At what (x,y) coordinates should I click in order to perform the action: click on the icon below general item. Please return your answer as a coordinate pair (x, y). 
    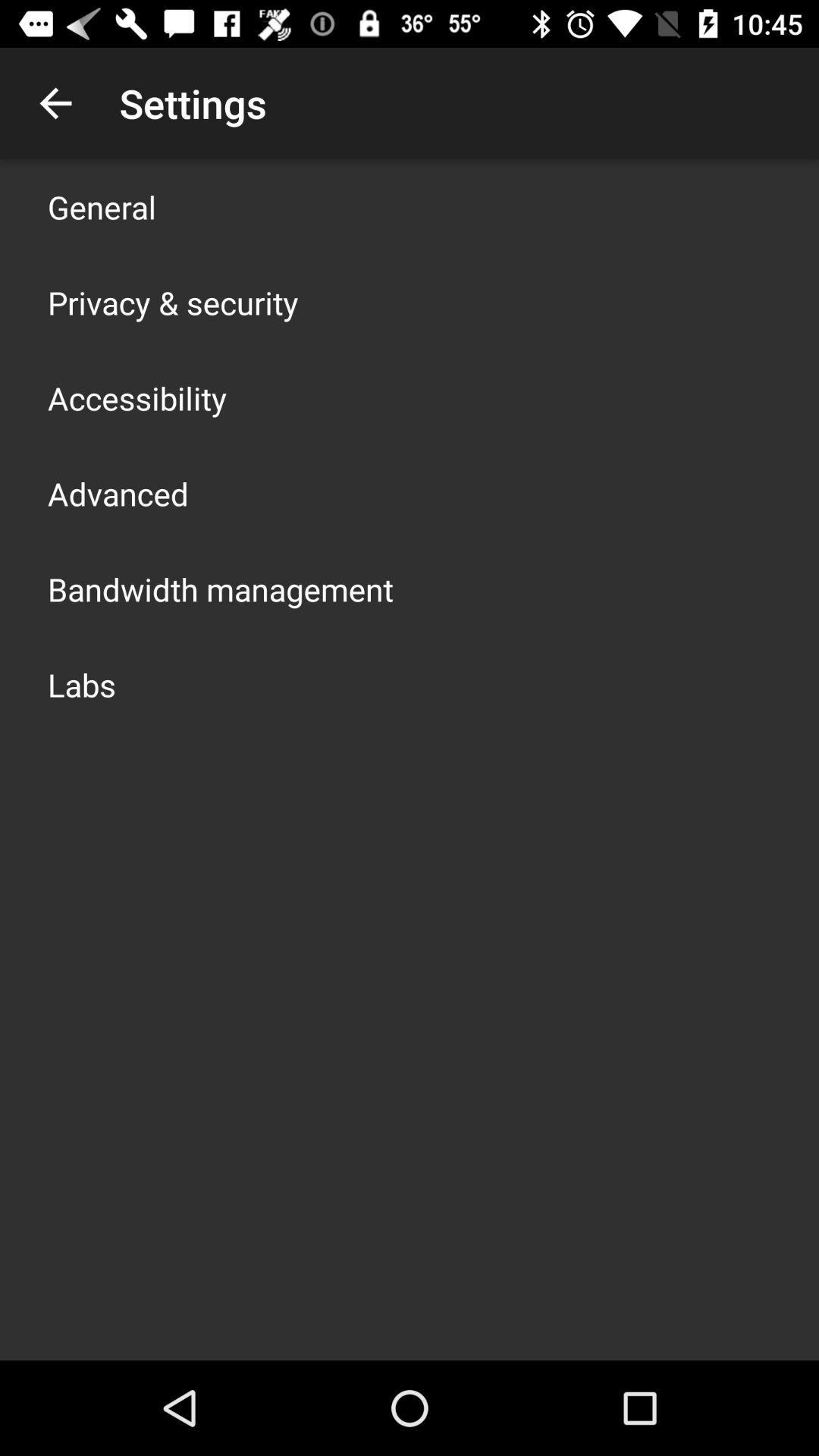
    Looking at the image, I should click on (172, 302).